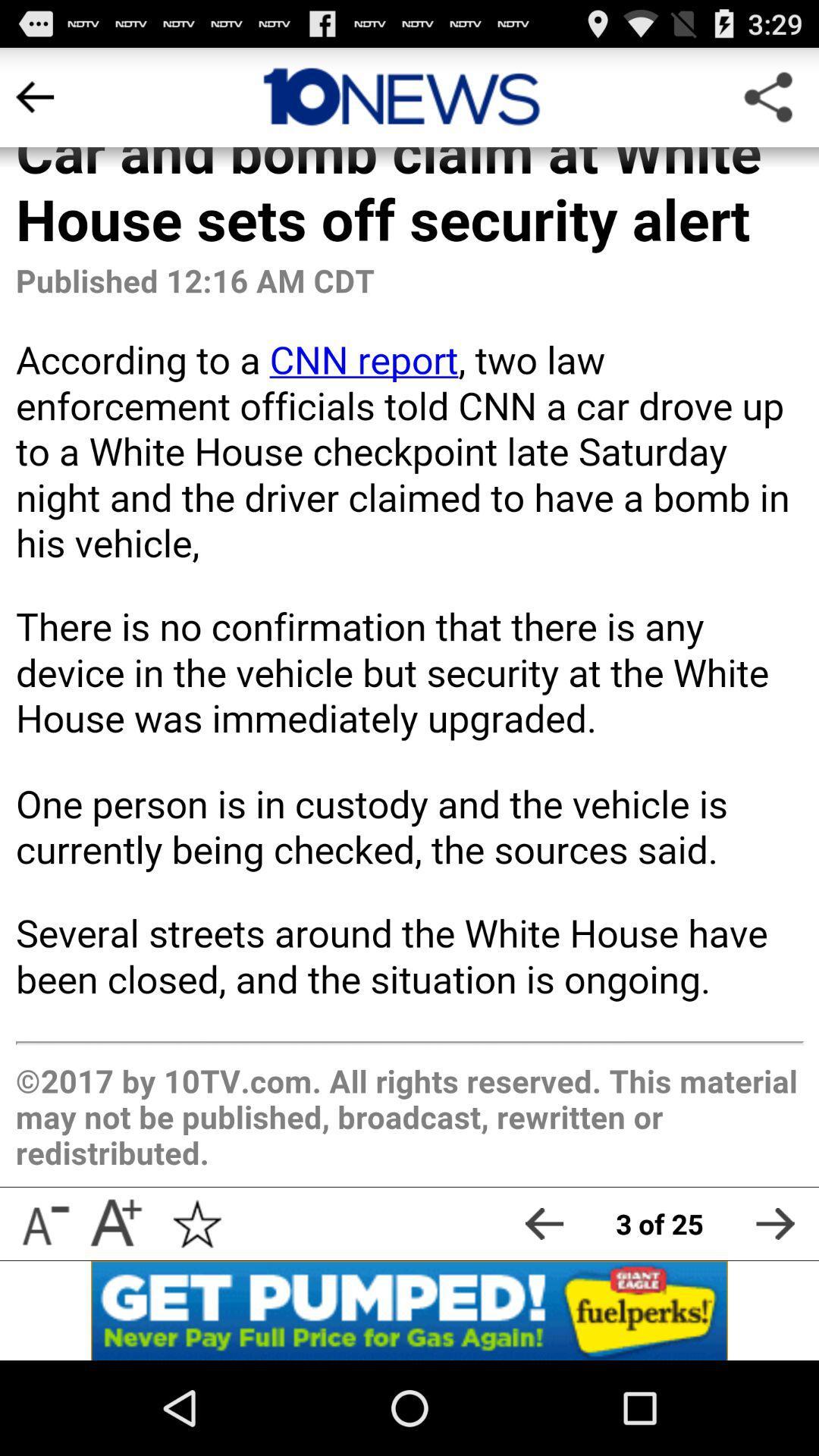 The width and height of the screenshot is (819, 1456). Describe the element at coordinates (196, 1309) in the screenshot. I see `the star icon` at that location.